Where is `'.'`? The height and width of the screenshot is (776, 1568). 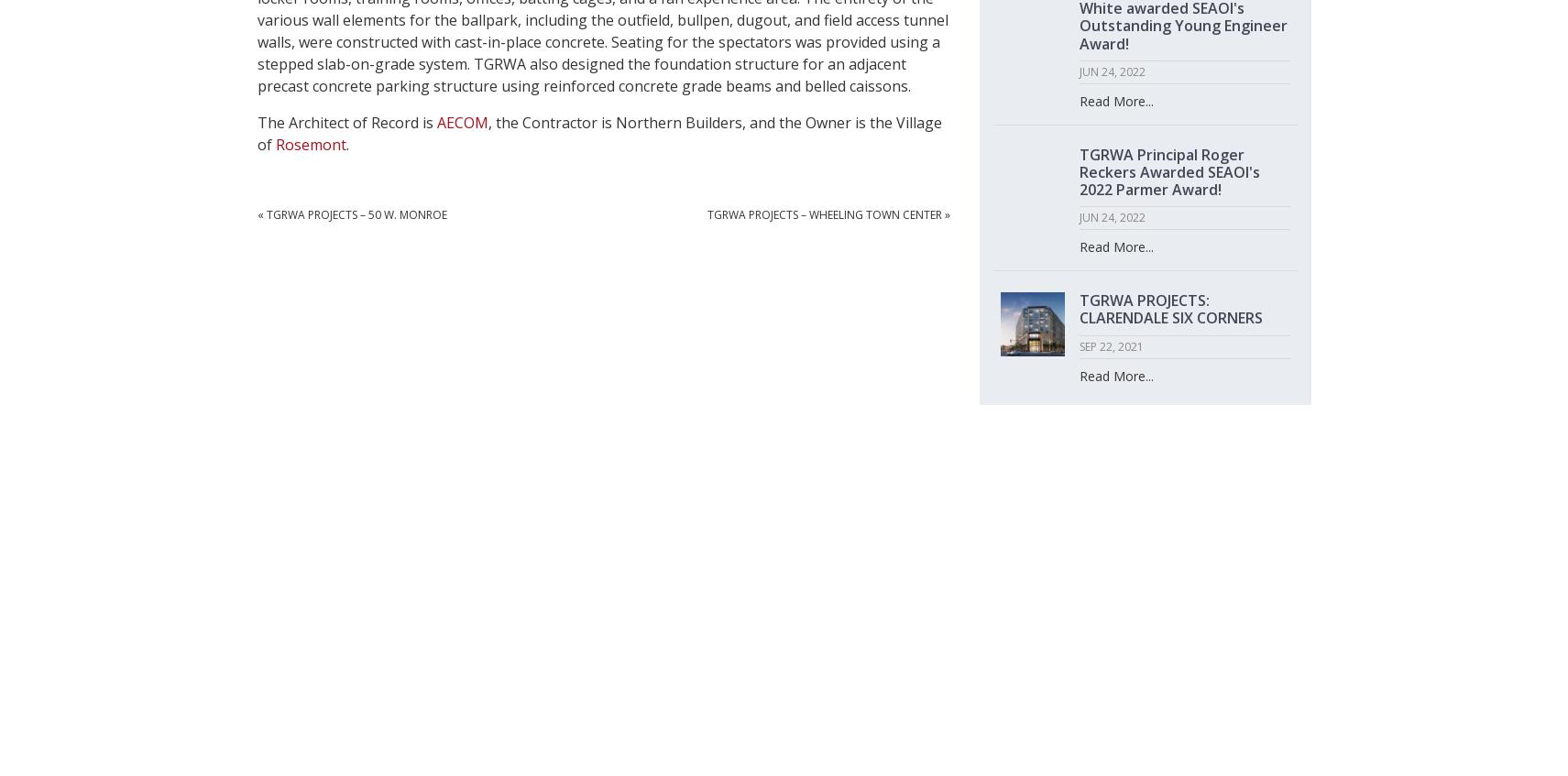
'.' is located at coordinates (346, 143).